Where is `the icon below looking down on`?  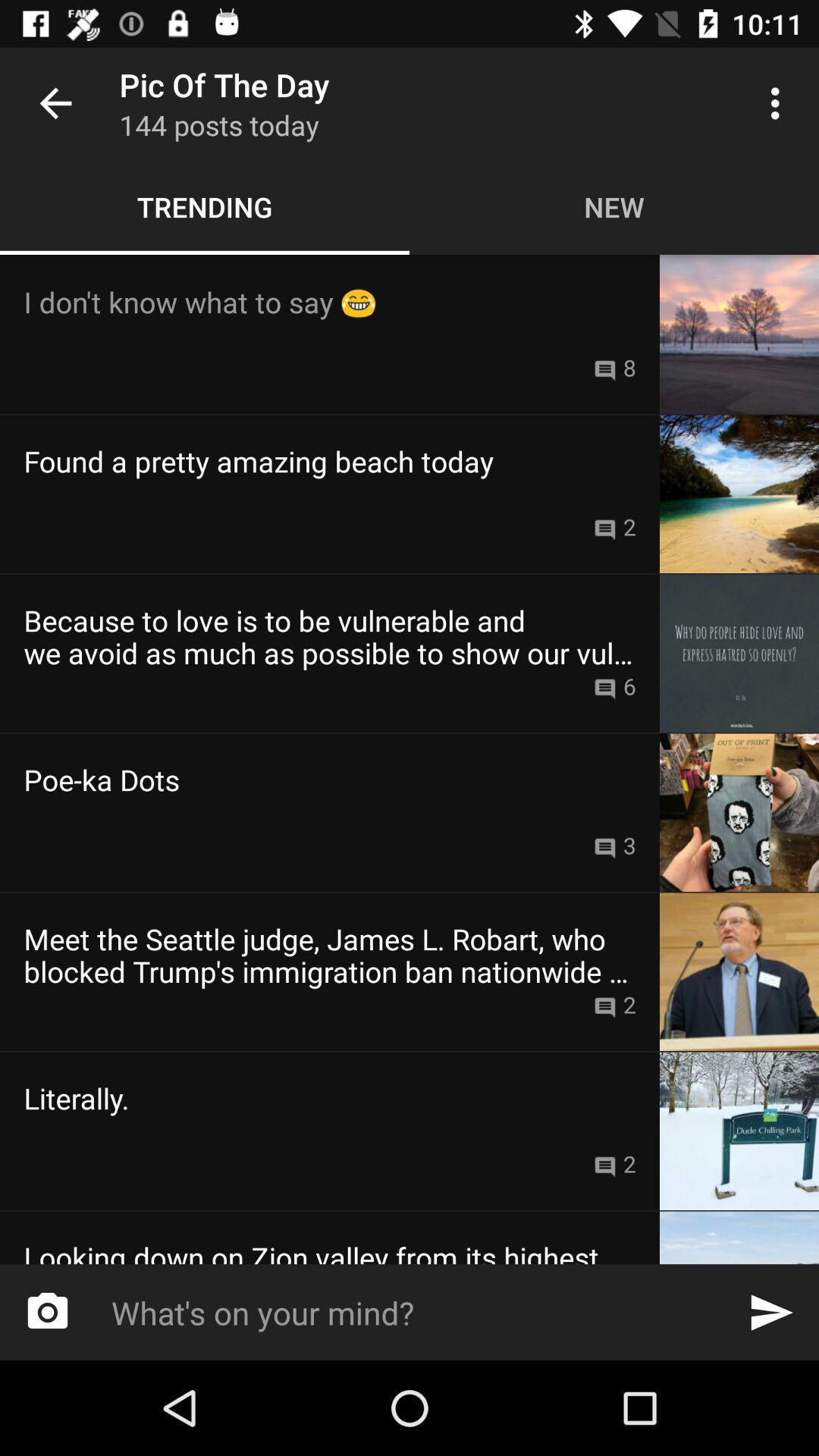
the icon below looking down on is located at coordinates (46, 1312).